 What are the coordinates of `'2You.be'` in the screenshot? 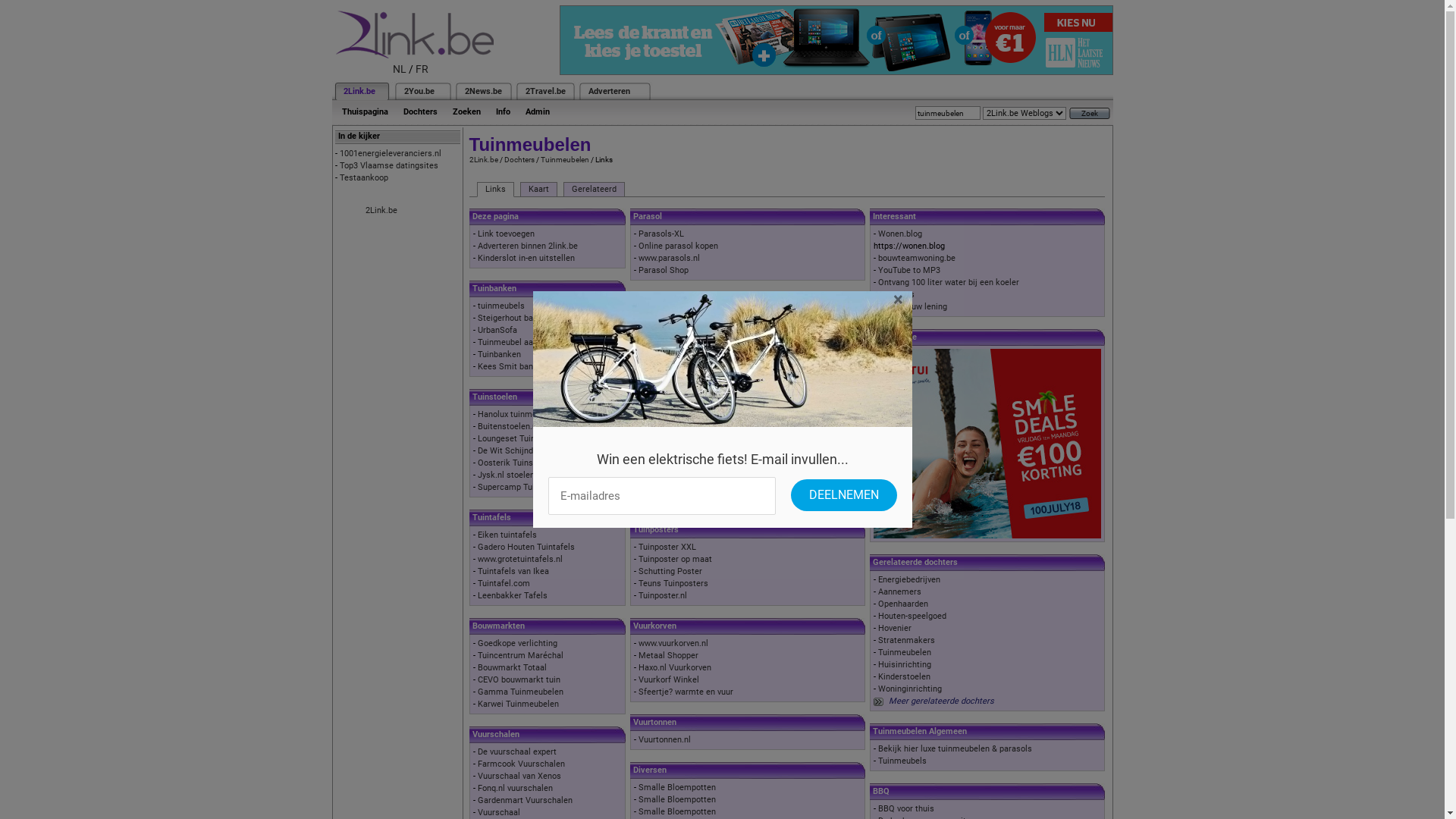 It's located at (419, 91).